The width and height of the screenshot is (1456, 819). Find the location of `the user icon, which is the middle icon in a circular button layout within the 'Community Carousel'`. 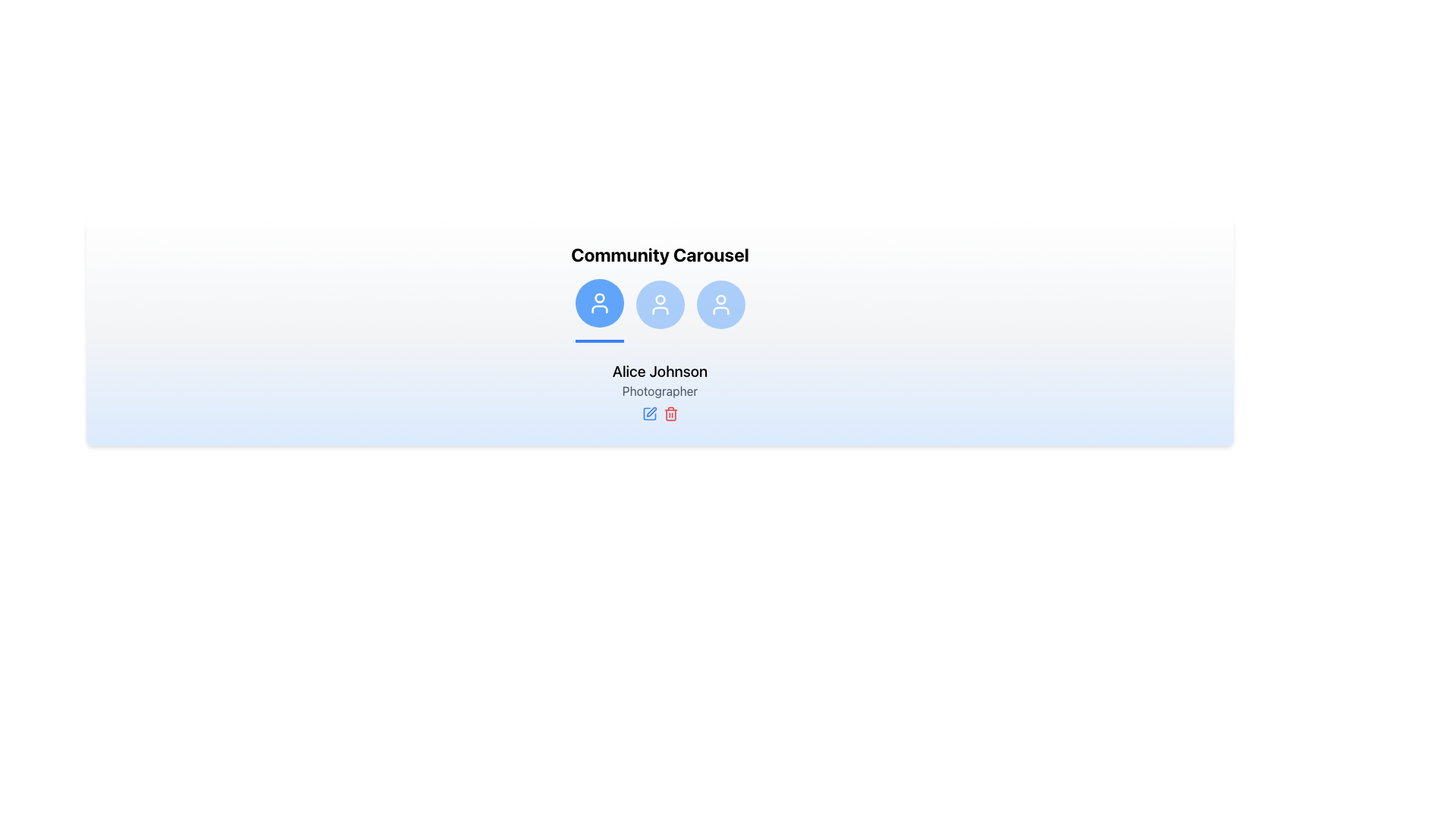

the user icon, which is the middle icon in a circular button layout within the 'Community Carousel' is located at coordinates (660, 304).